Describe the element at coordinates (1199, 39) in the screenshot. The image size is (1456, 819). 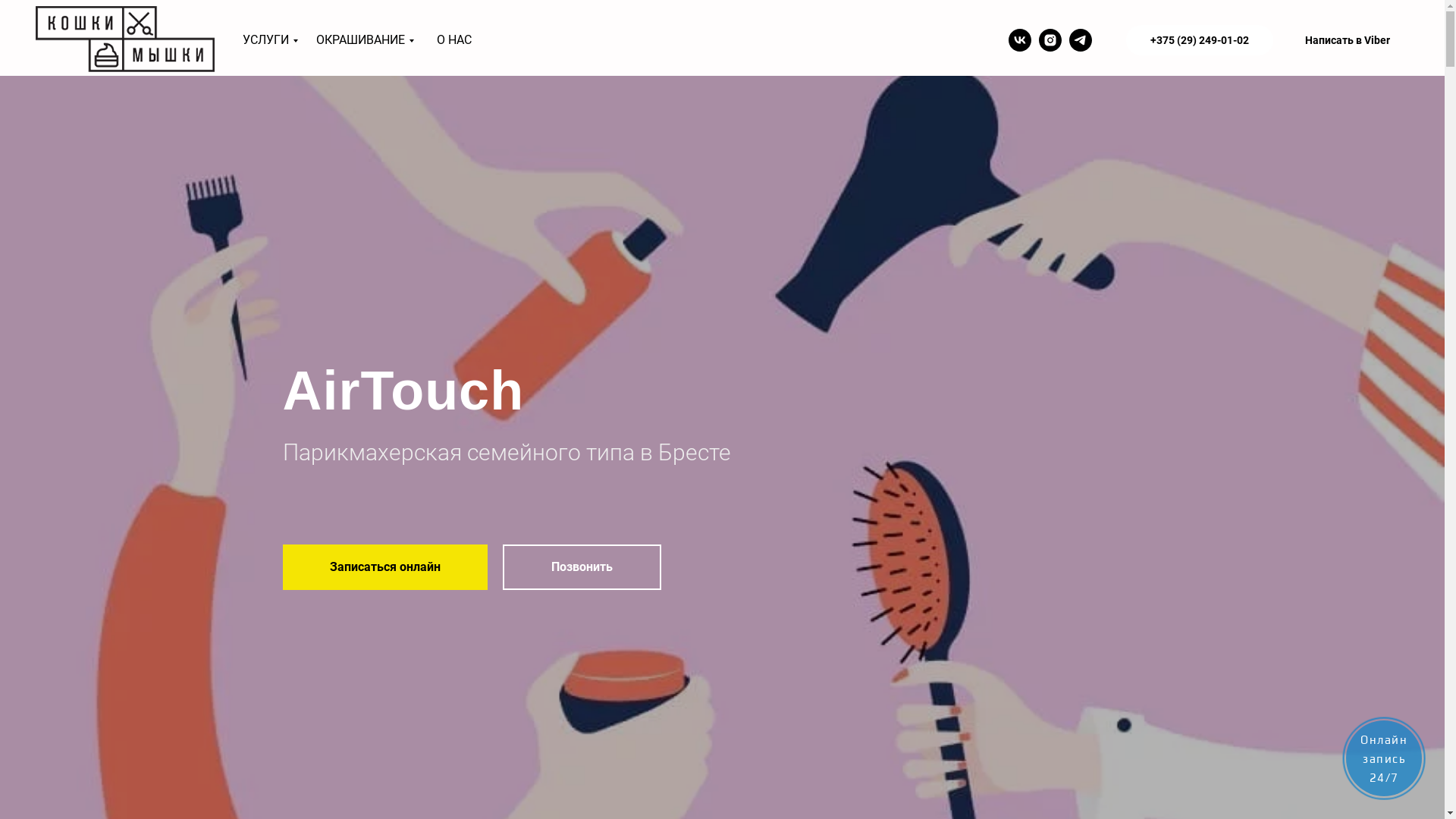
I see `'+375 (29) 249-01-02'` at that location.